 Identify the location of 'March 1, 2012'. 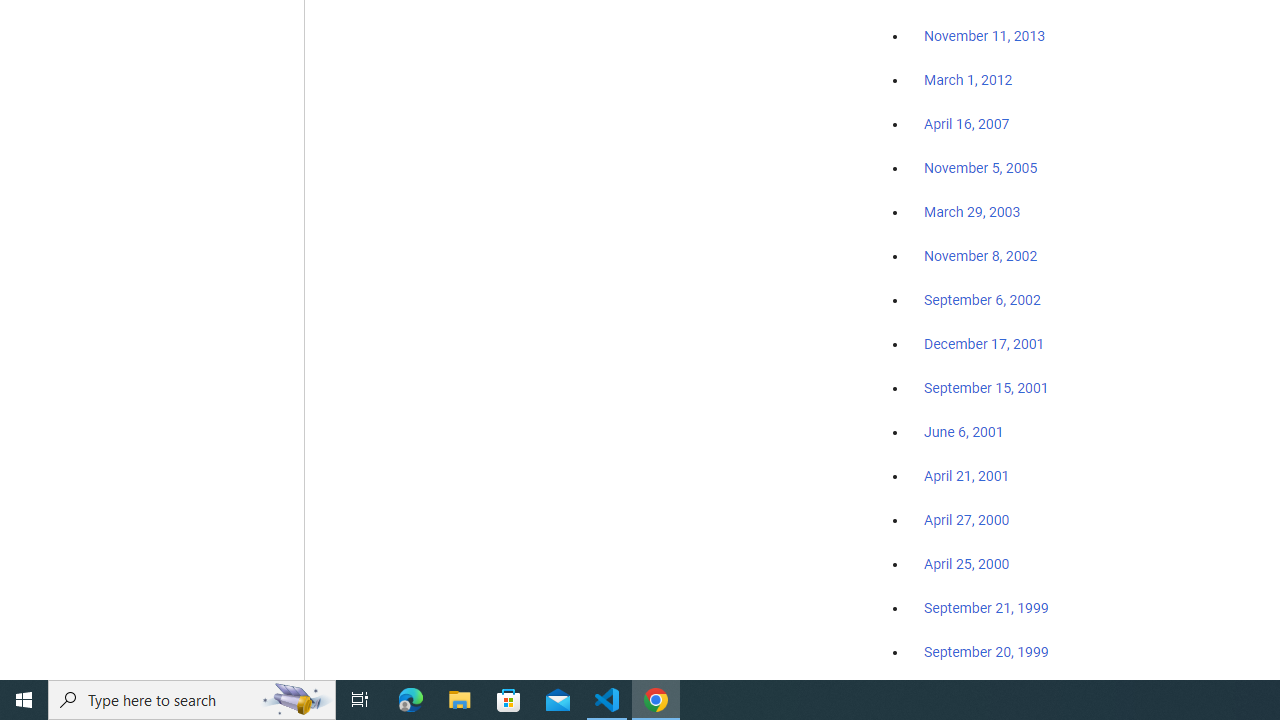
(968, 80).